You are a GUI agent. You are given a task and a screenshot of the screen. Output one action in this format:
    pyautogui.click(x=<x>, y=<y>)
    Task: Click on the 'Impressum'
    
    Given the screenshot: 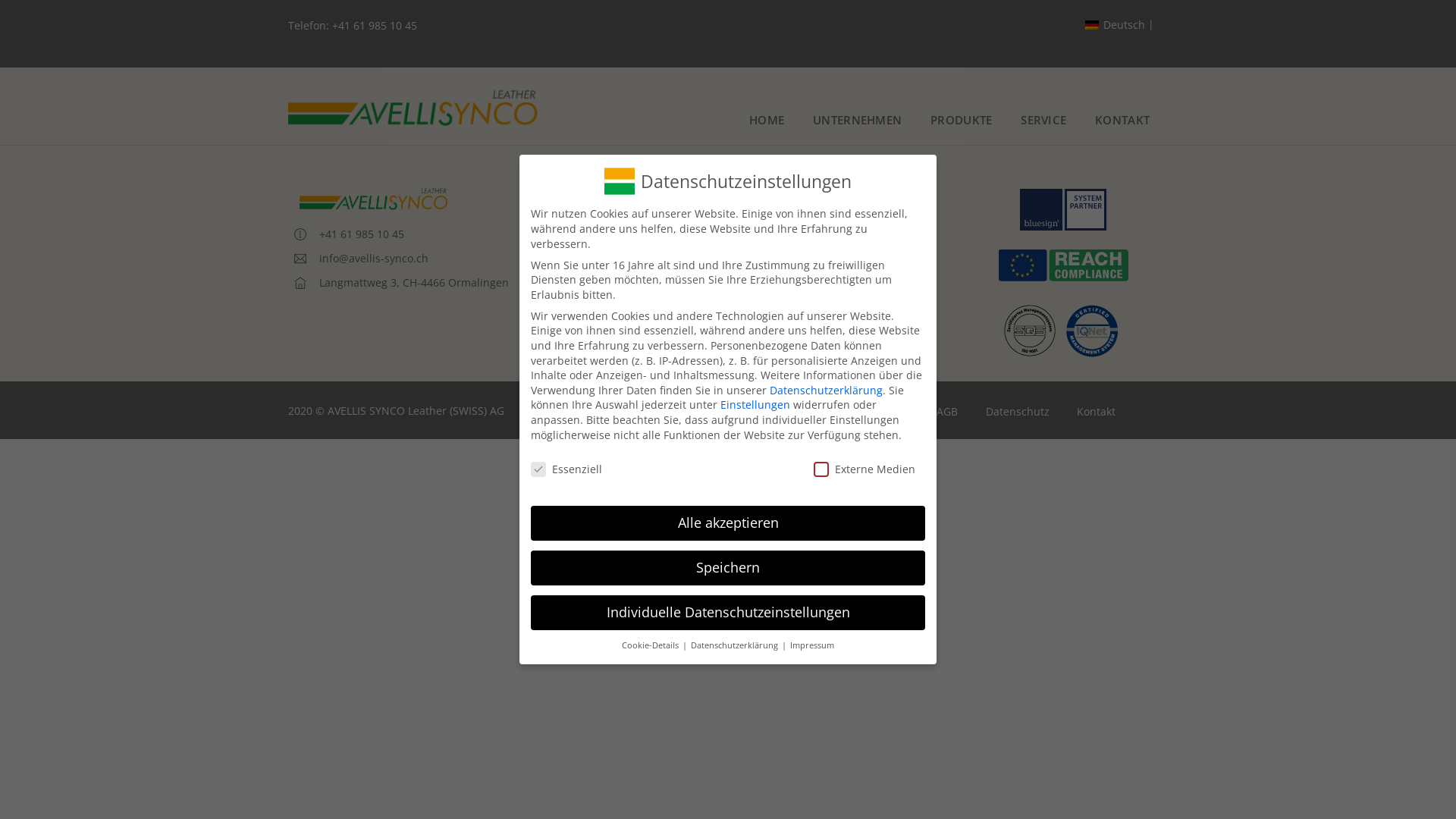 What is the action you would take?
    pyautogui.click(x=810, y=645)
    